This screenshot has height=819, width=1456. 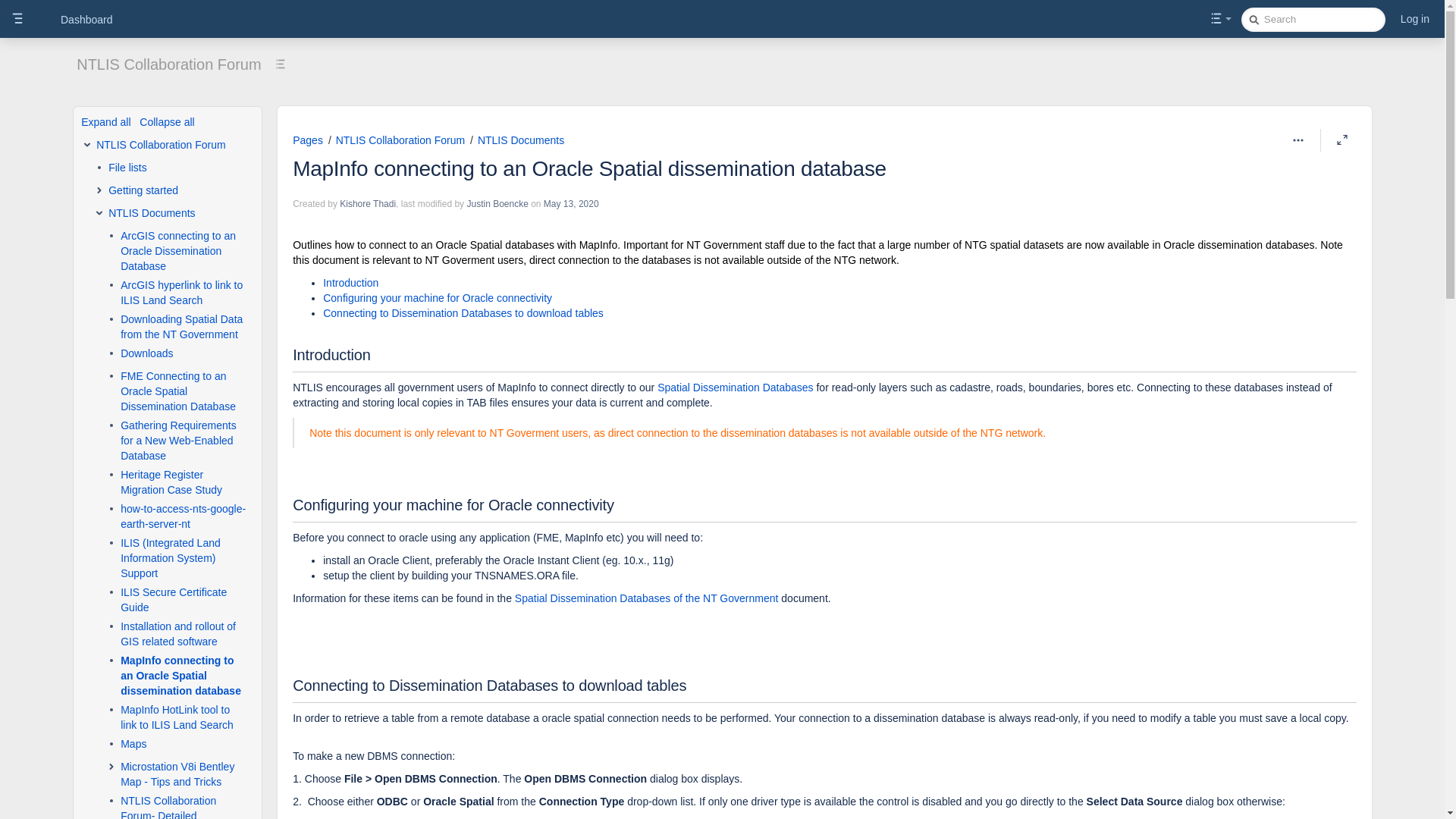 I want to click on 'File lists', so click(x=127, y=167).